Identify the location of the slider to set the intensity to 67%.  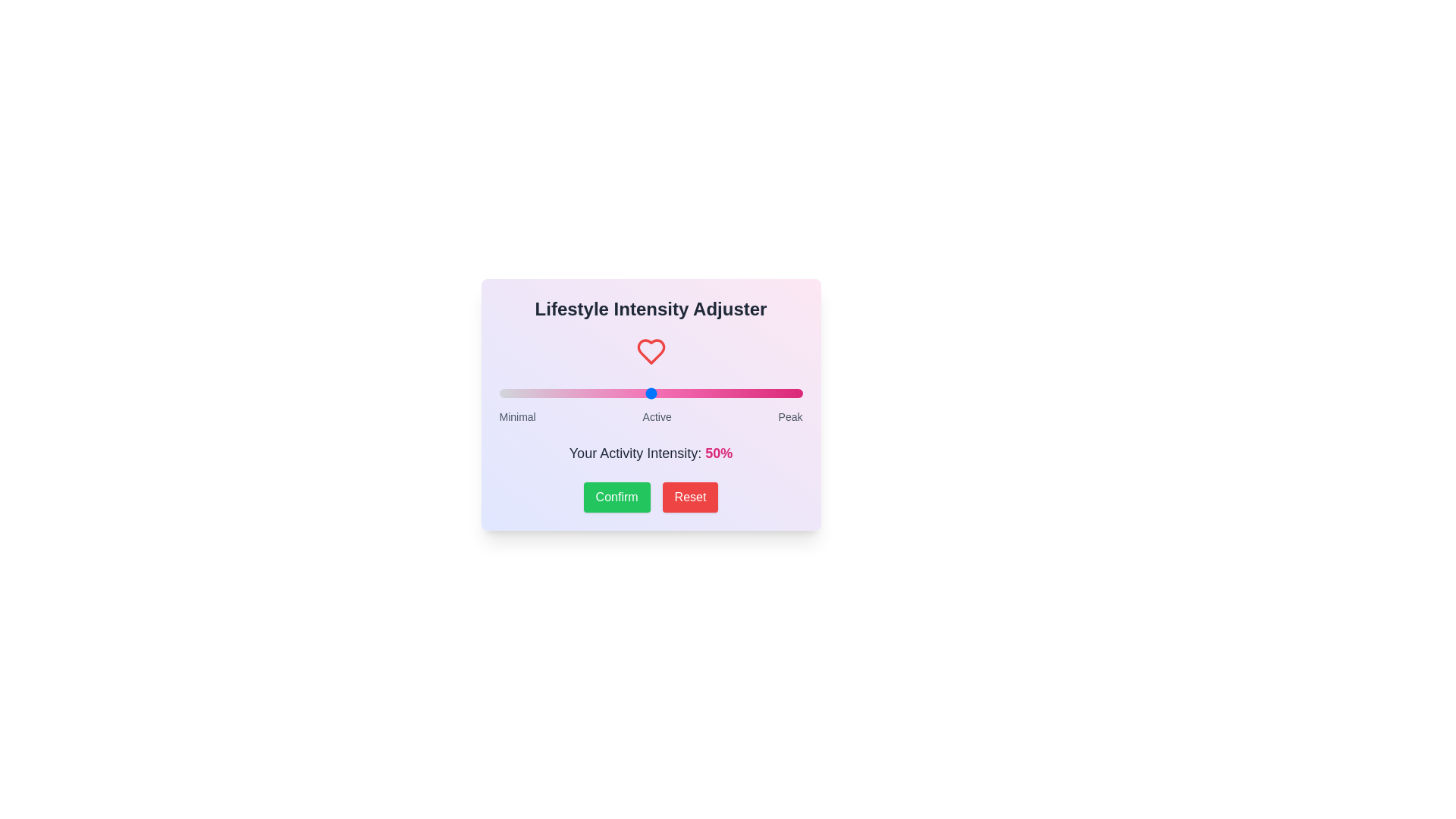
(701, 393).